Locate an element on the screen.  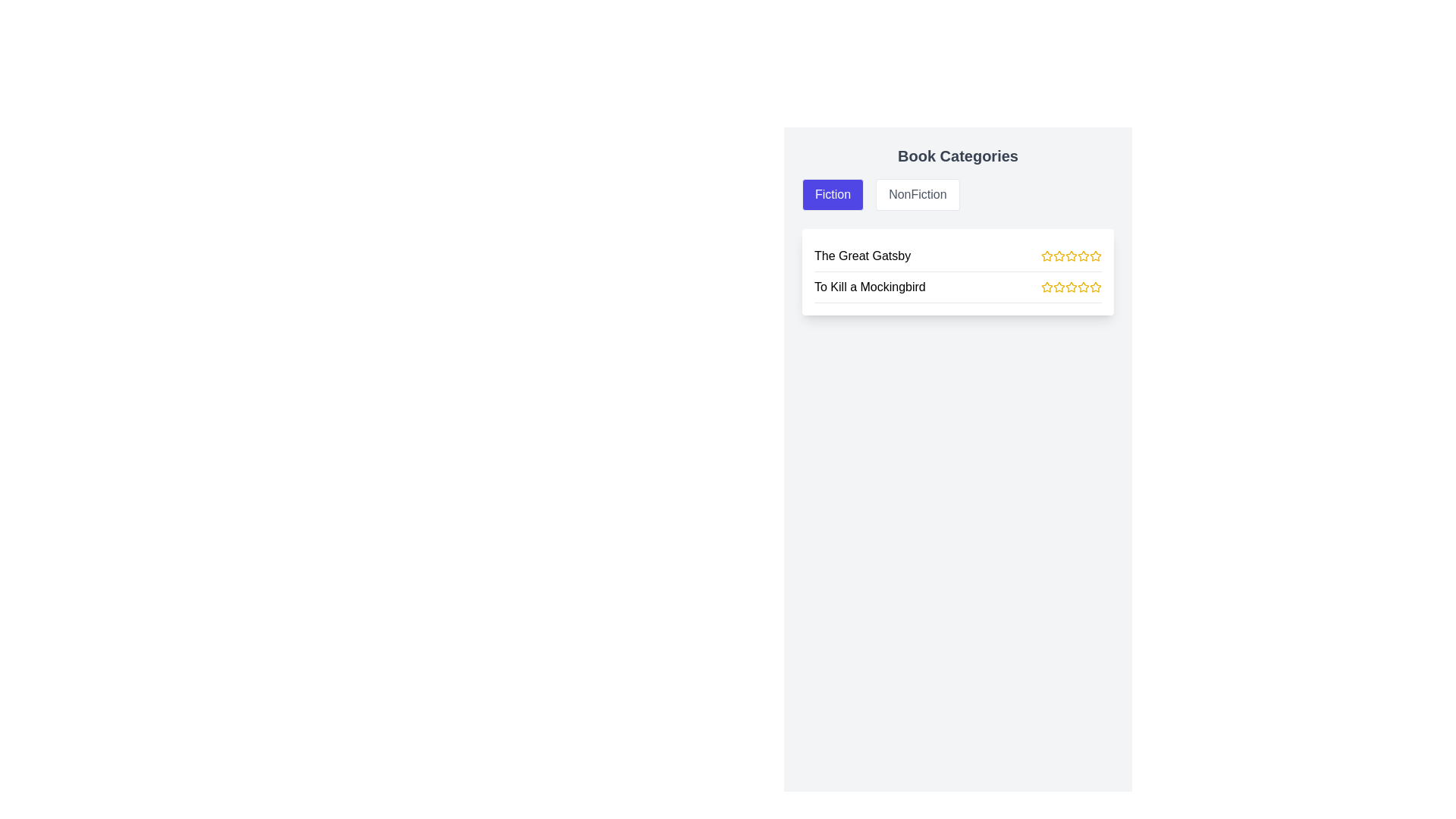
the fifth star icon in the rating group for the book 'To Kill a Mockingbird' to rate it is located at coordinates (1095, 287).